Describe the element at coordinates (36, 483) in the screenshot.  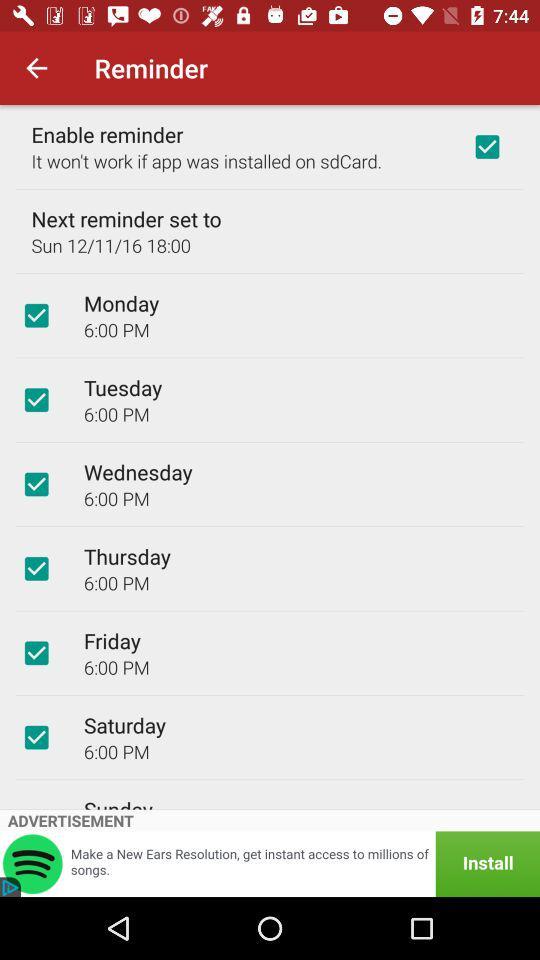
I see `choose wednesday button` at that location.